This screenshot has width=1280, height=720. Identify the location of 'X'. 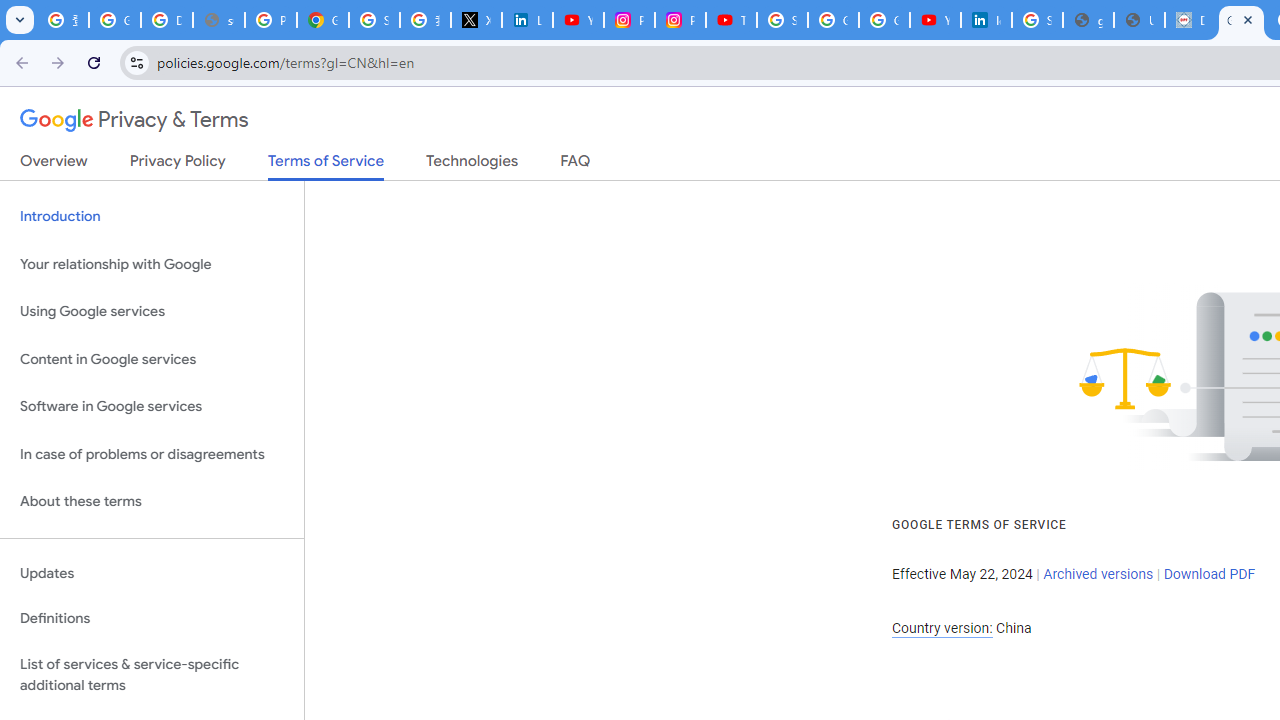
(475, 20).